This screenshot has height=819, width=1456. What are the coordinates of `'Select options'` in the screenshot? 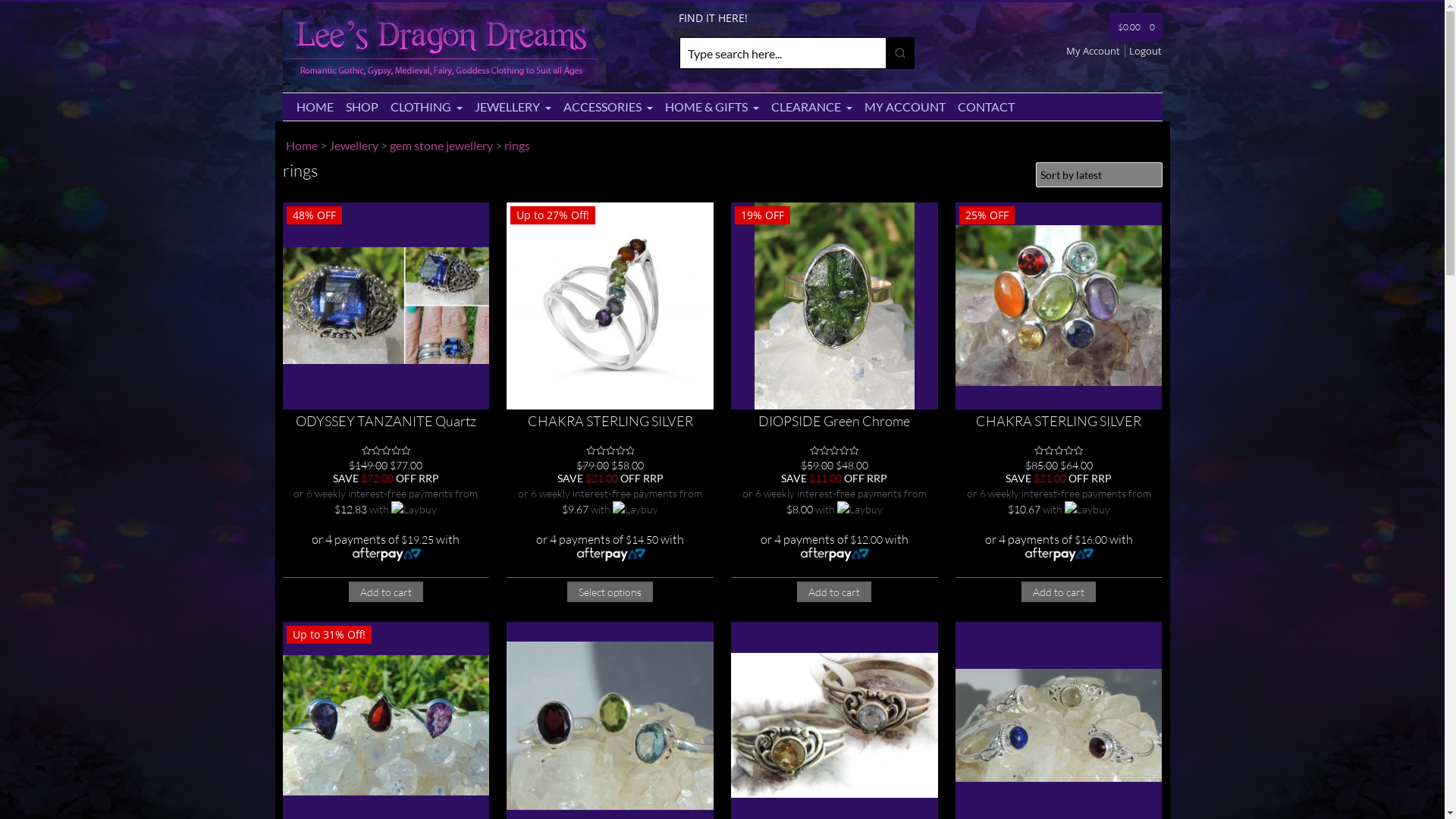 It's located at (610, 591).